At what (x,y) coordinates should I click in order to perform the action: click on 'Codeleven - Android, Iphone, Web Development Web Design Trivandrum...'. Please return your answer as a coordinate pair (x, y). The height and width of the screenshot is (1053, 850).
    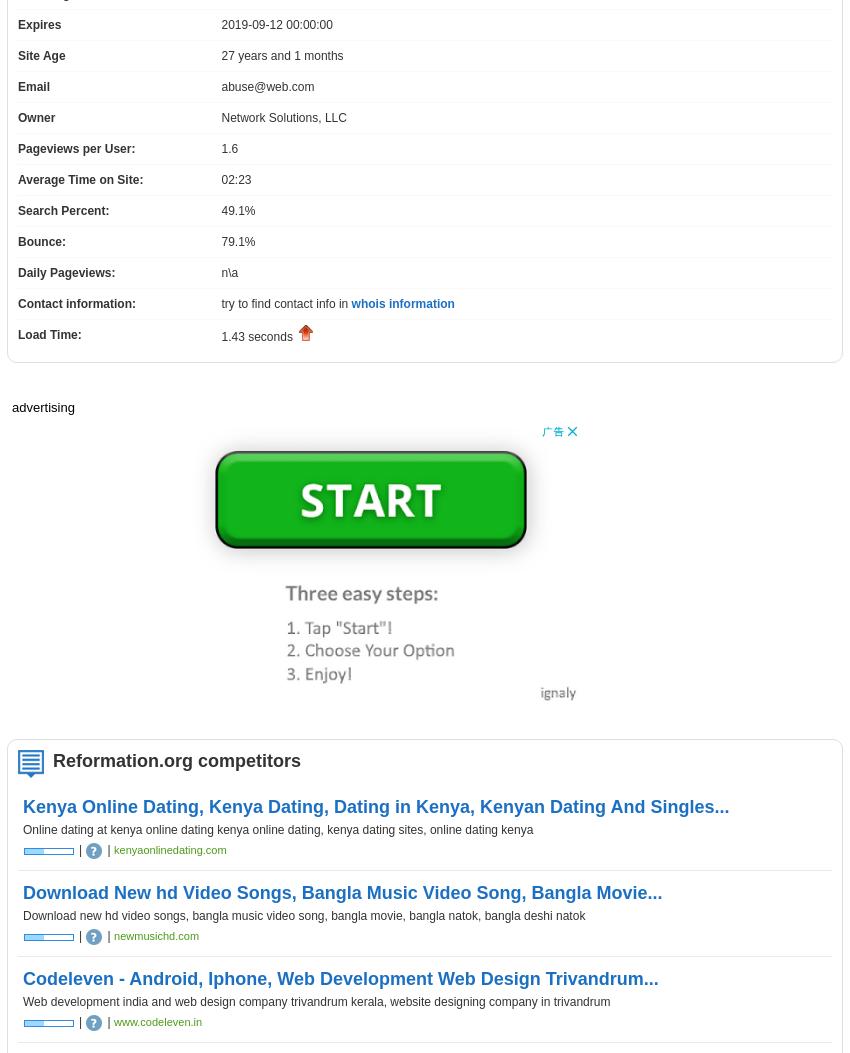
    Looking at the image, I should click on (340, 978).